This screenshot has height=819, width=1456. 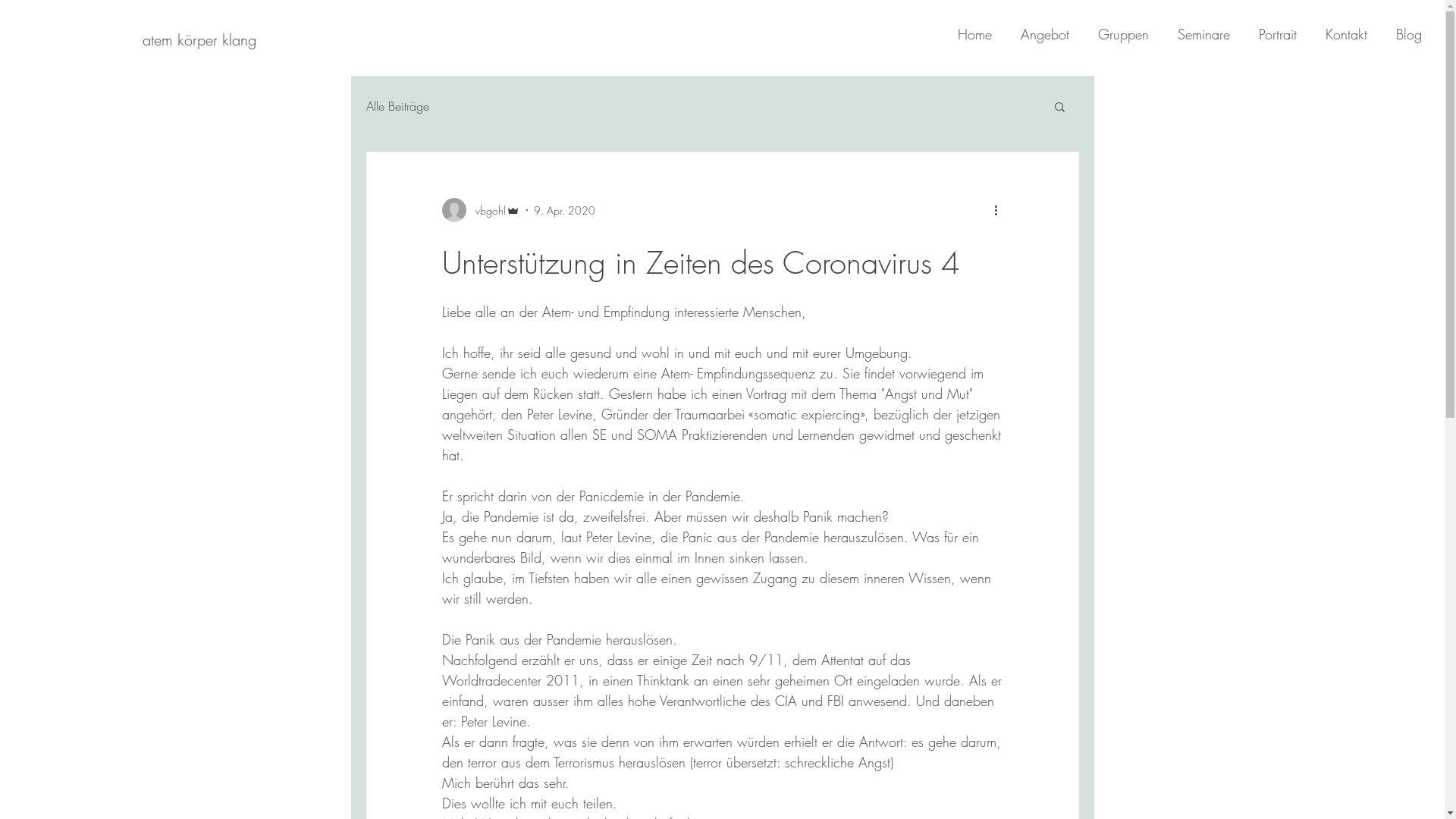 I want to click on 'Home', so click(x=967, y=34).